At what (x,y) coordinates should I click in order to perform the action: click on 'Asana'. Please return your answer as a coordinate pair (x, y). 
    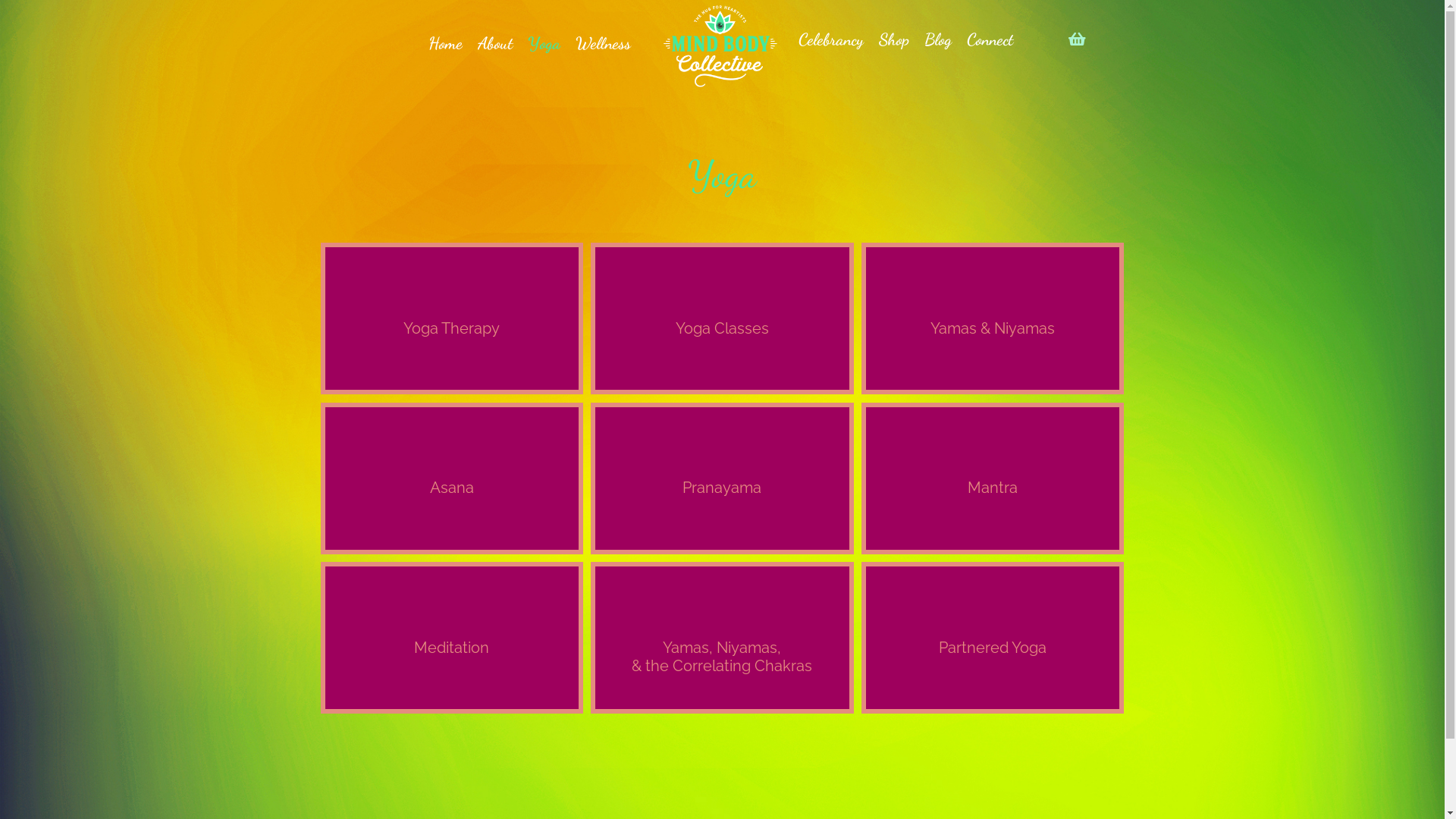
    Looking at the image, I should click on (450, 479).